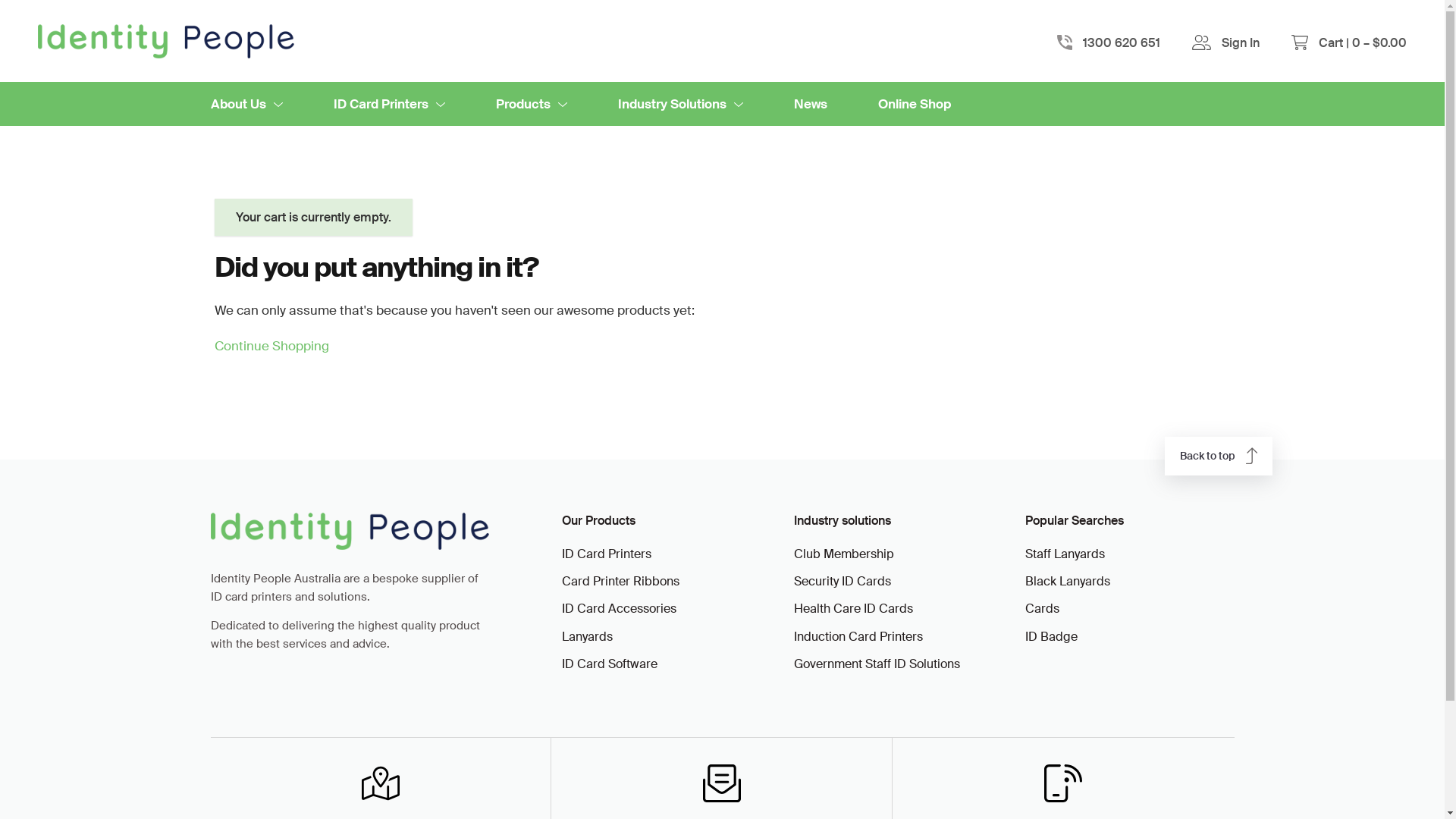 The height and width of the screenshot is (819, 1456). I want to click on '1300 620 651', so click(1121, 40).